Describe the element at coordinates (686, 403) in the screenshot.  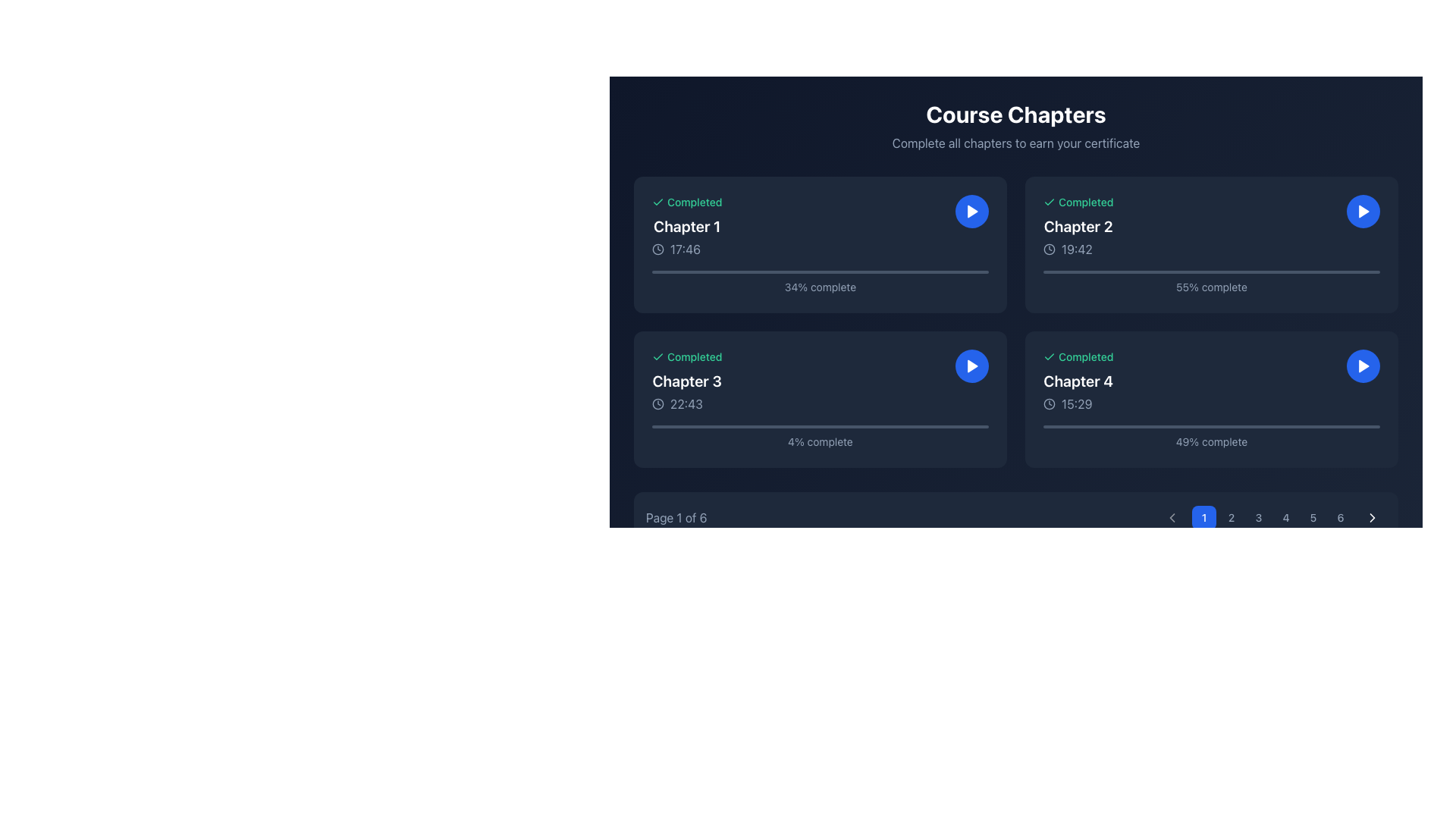
I see `the text displaying the time '22:43' located in the lower section of the card labeled 'Chapter 3', beside a clock icon` at that location.